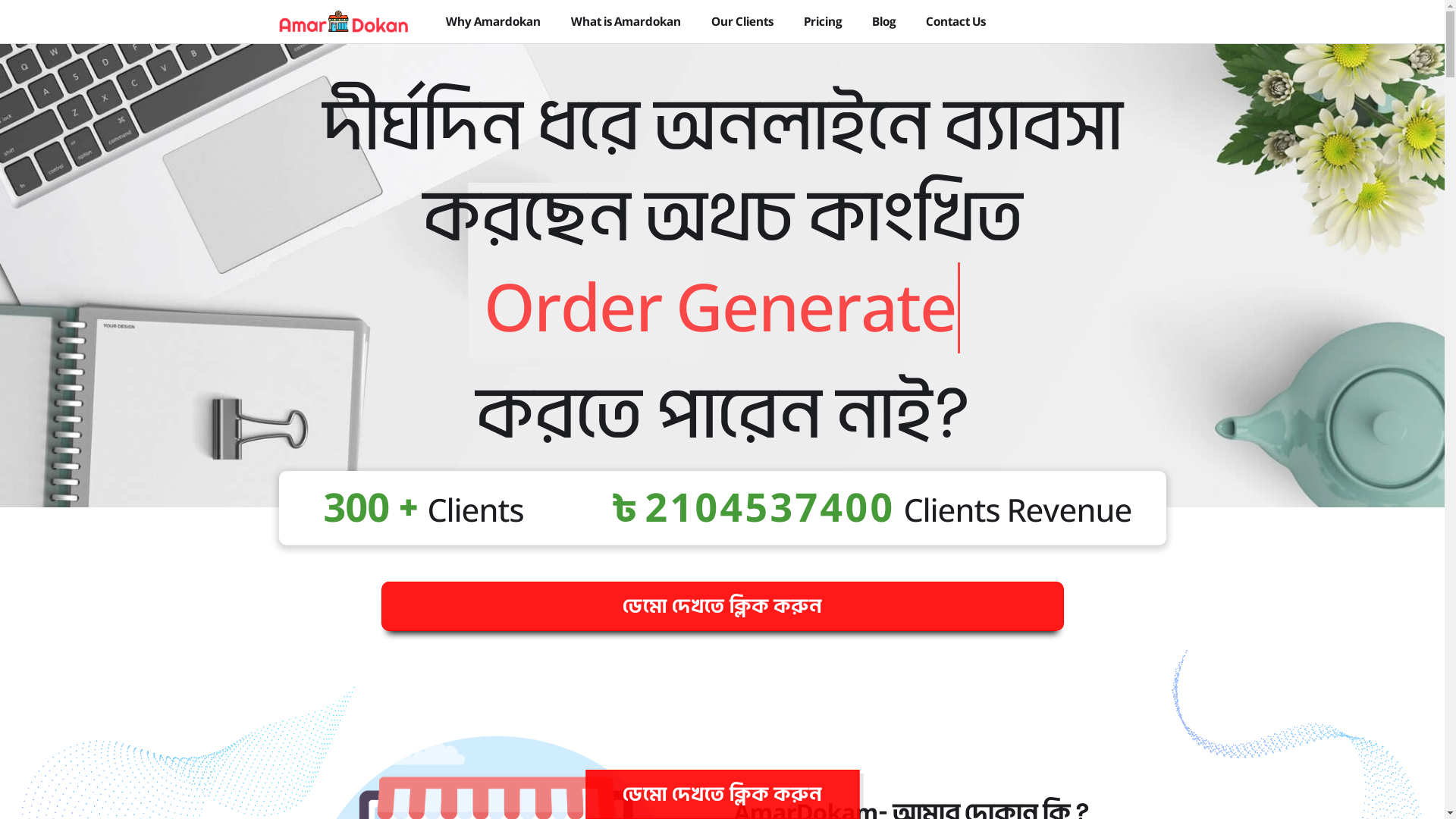  I want to click on 'Our Clients', so click(710, 21).